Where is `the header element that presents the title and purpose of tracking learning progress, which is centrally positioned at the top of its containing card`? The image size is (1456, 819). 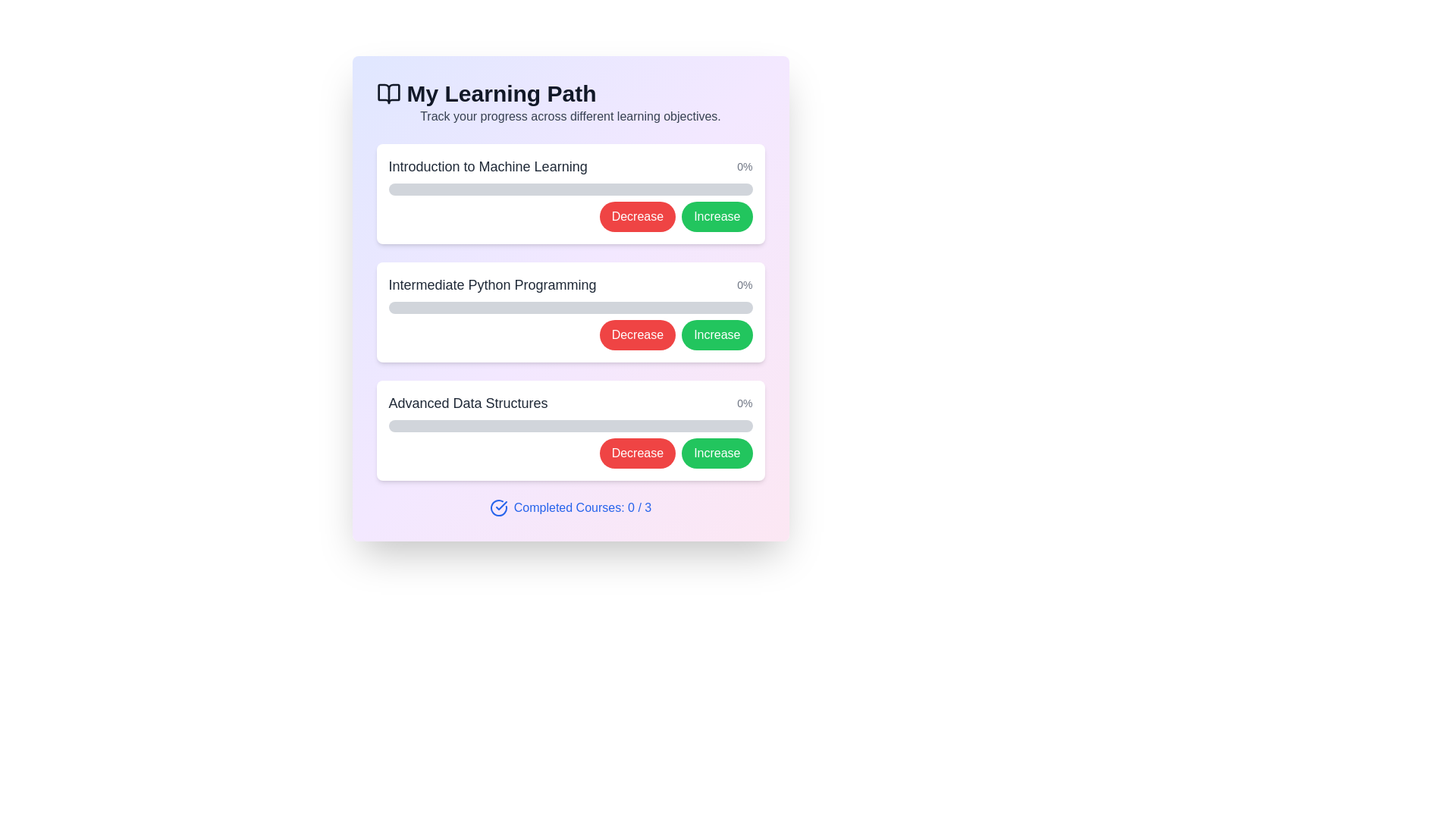
the header element that presents the title and purpose of tracking learning progress, which is centrally positioned at the top of its containing card is located at coordinates (570, 102).